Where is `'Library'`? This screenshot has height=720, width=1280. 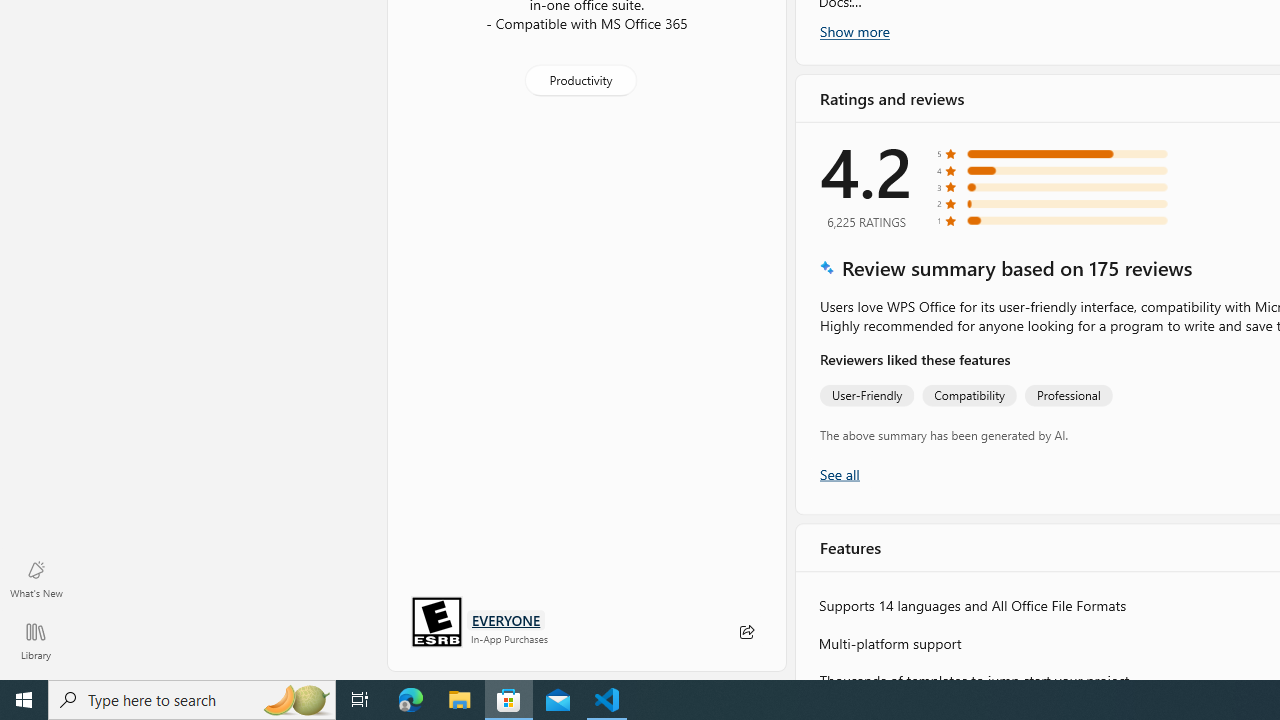 'Library' is located at coordinates (35, 640).